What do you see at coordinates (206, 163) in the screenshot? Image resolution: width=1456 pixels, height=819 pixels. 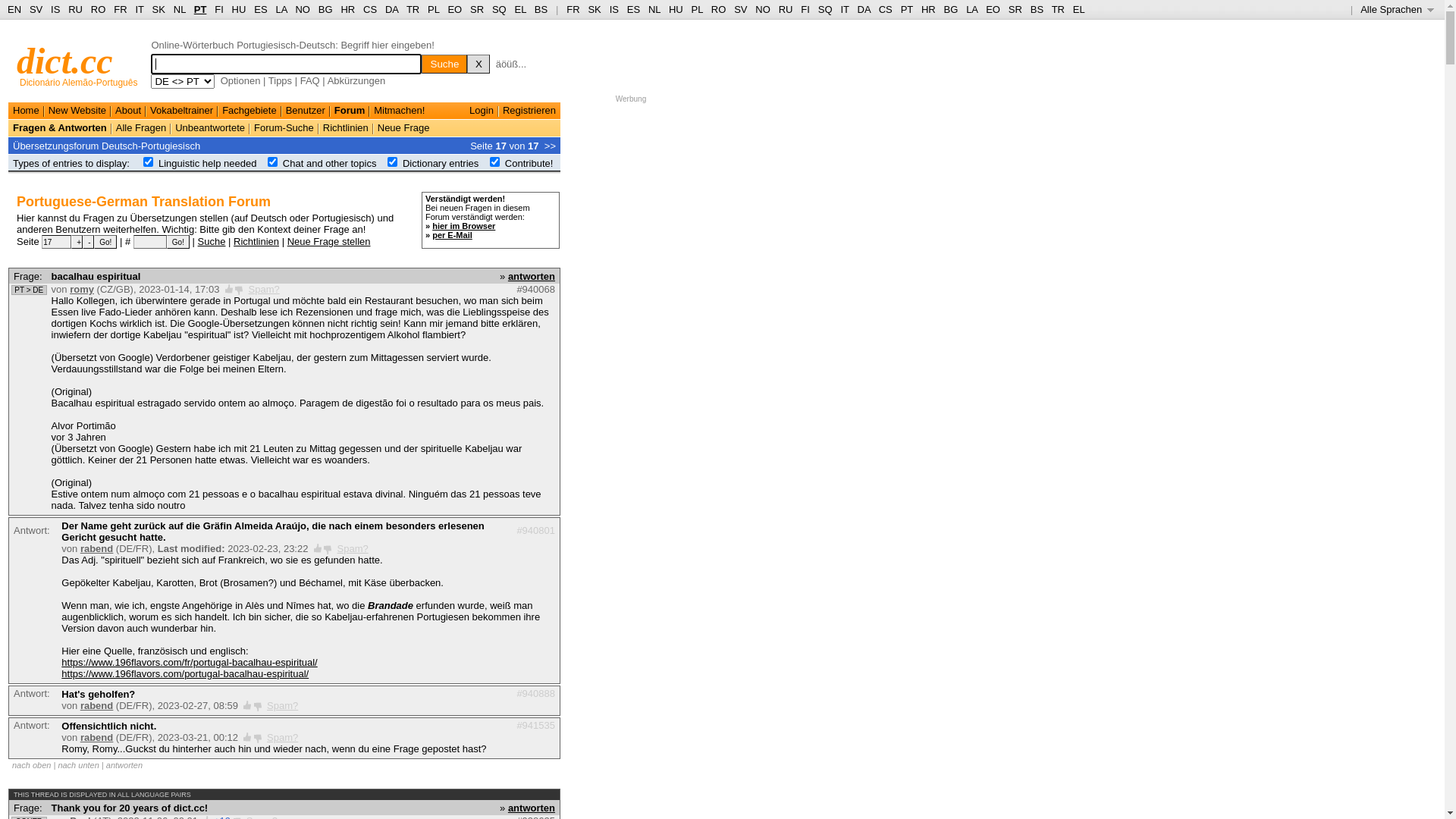 I see `'Linguistic help needed'` at bounding box center [206, 163].